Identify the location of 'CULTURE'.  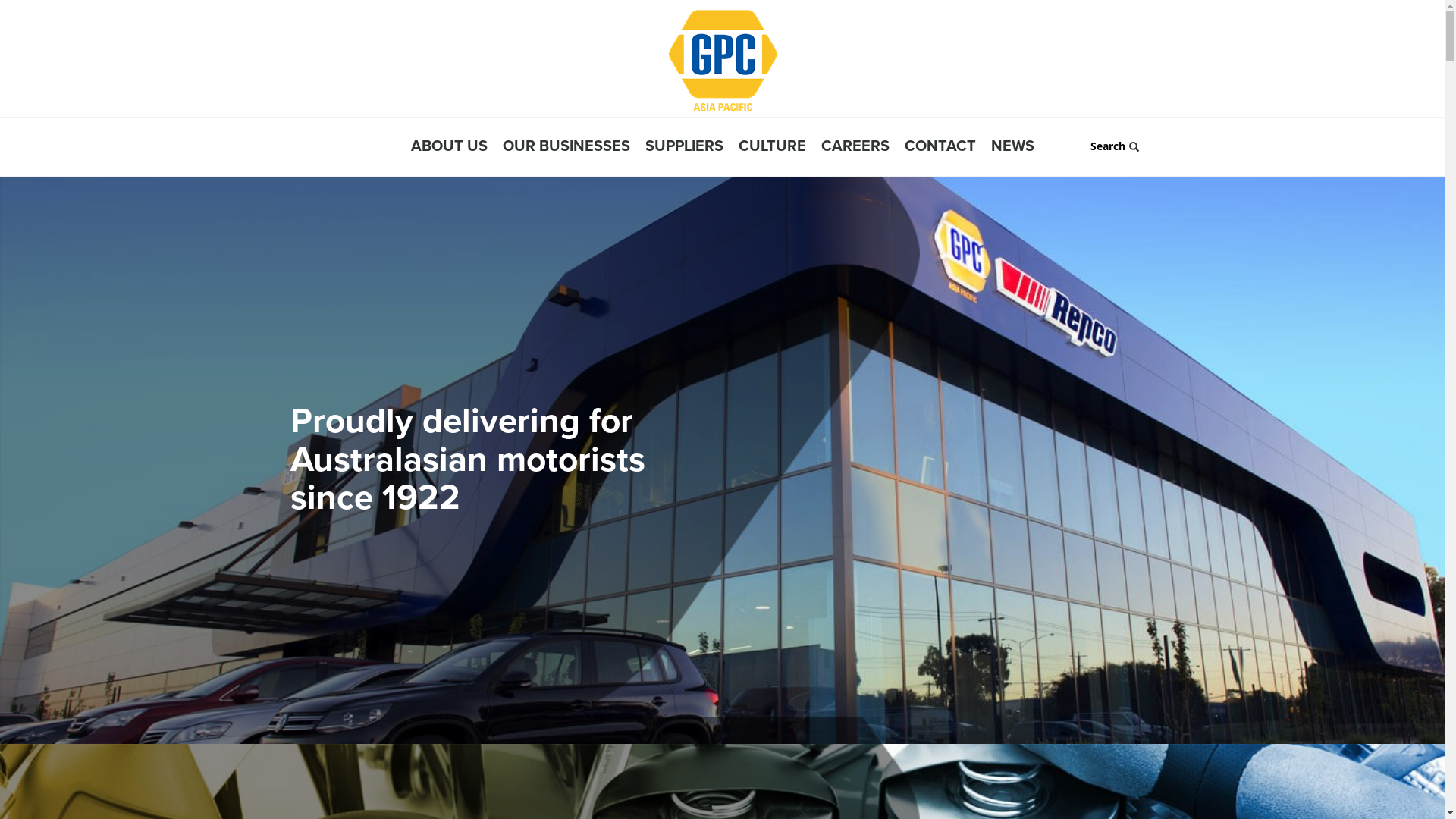
(780, 148).